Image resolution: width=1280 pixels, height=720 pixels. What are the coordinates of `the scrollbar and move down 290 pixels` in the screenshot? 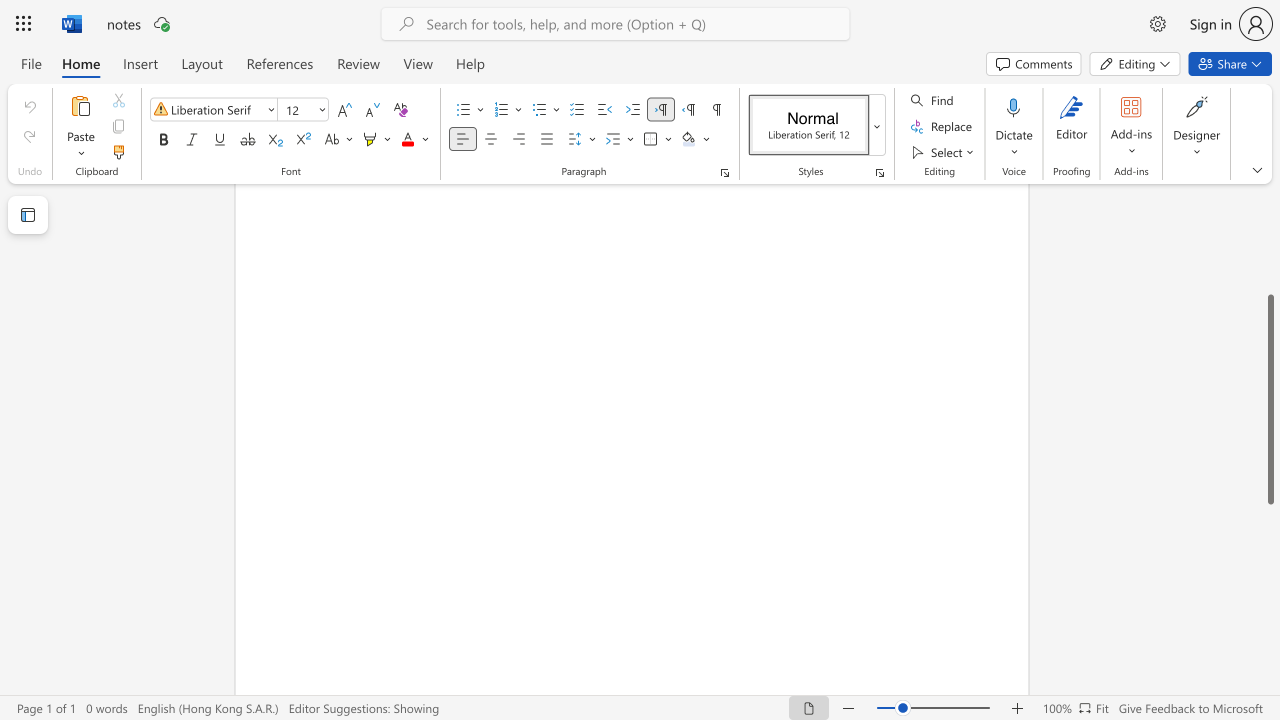 It's located at (1269, 399).